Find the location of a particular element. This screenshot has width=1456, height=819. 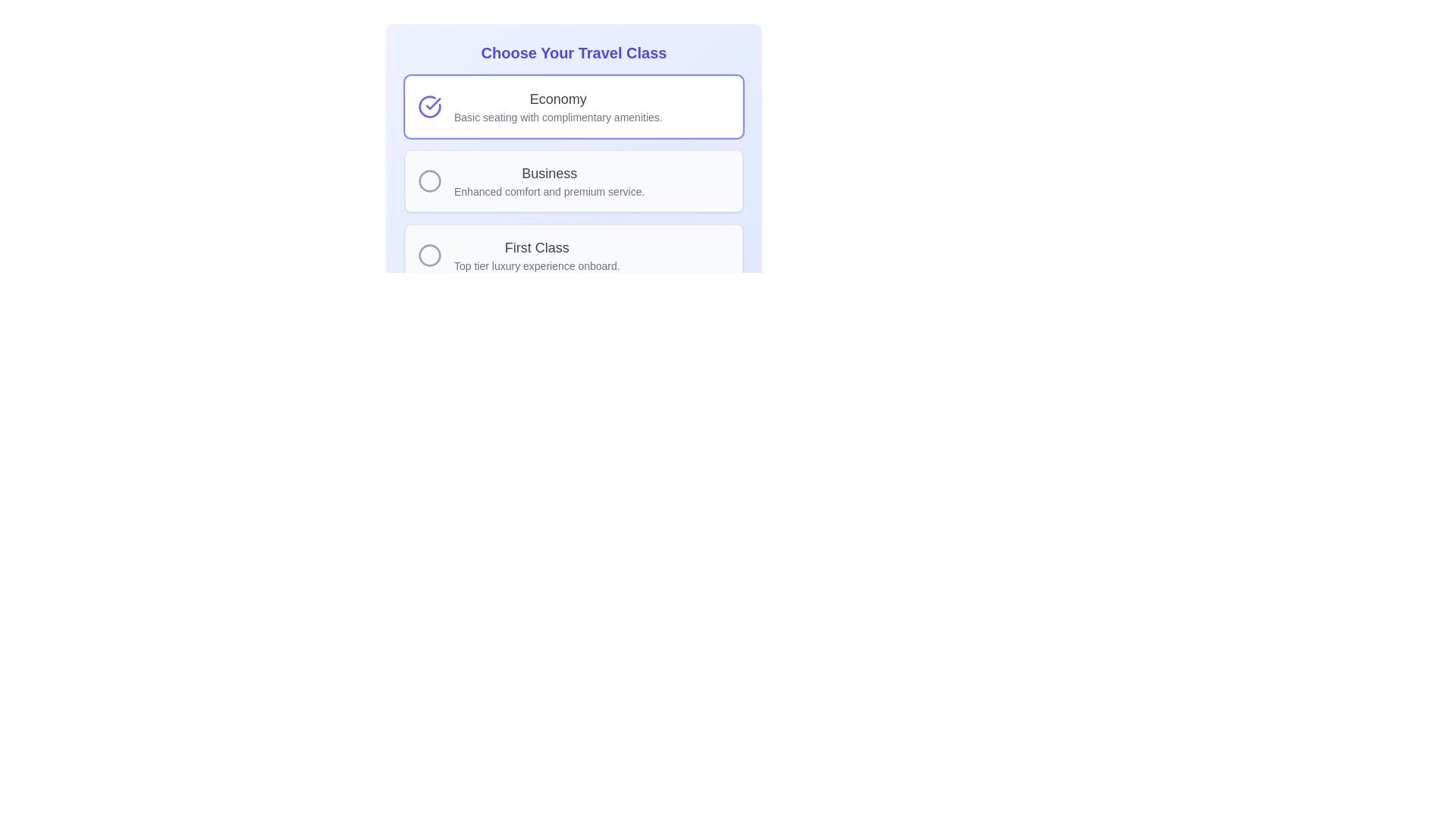

the 'Business' travel class option in the selectable option card, which is the second option in the vertical stack of travel class choices is located at coordinates (573, 180).